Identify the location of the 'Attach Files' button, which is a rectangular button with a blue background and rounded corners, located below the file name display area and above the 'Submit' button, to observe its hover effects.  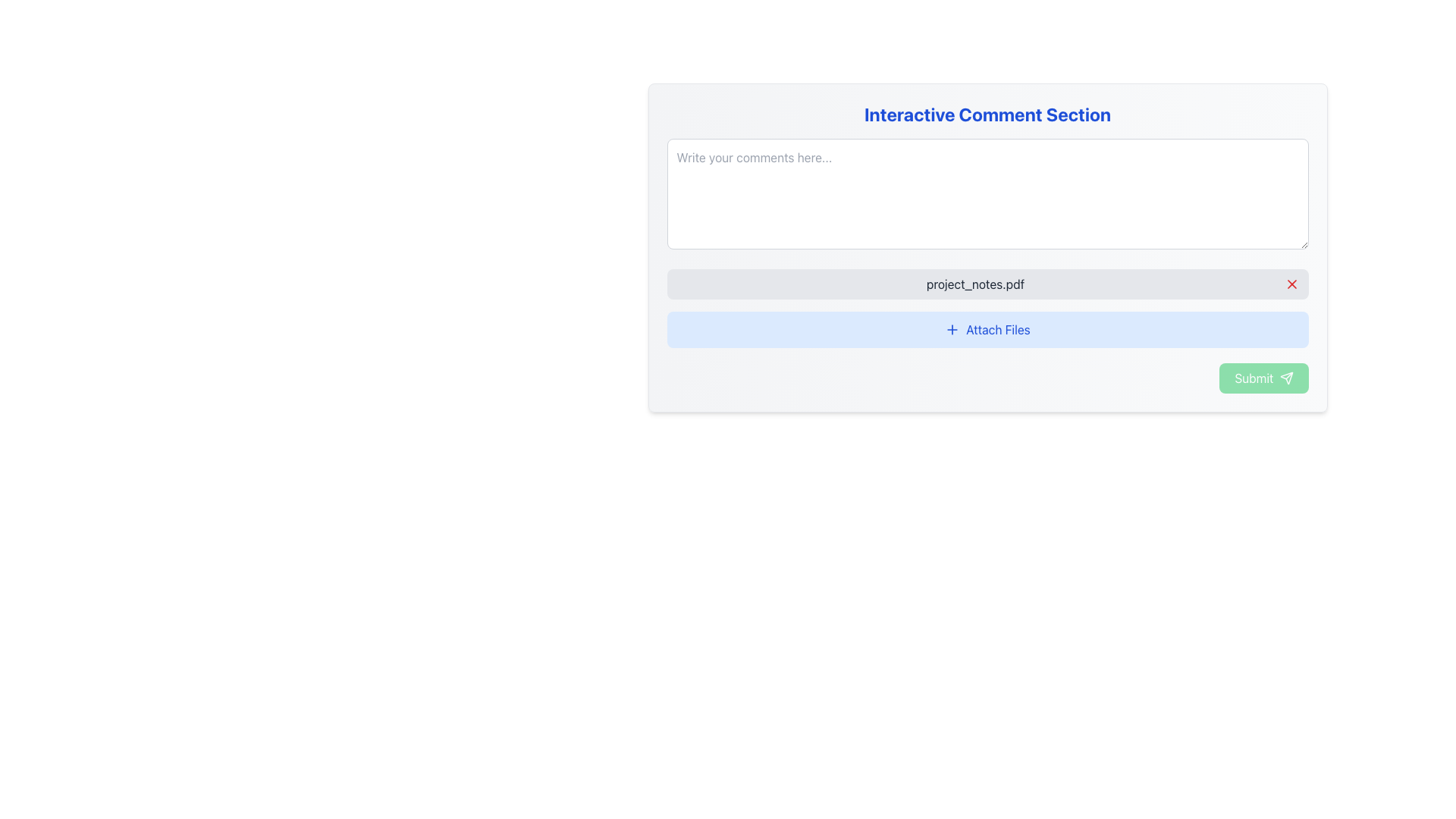
(987, 329).